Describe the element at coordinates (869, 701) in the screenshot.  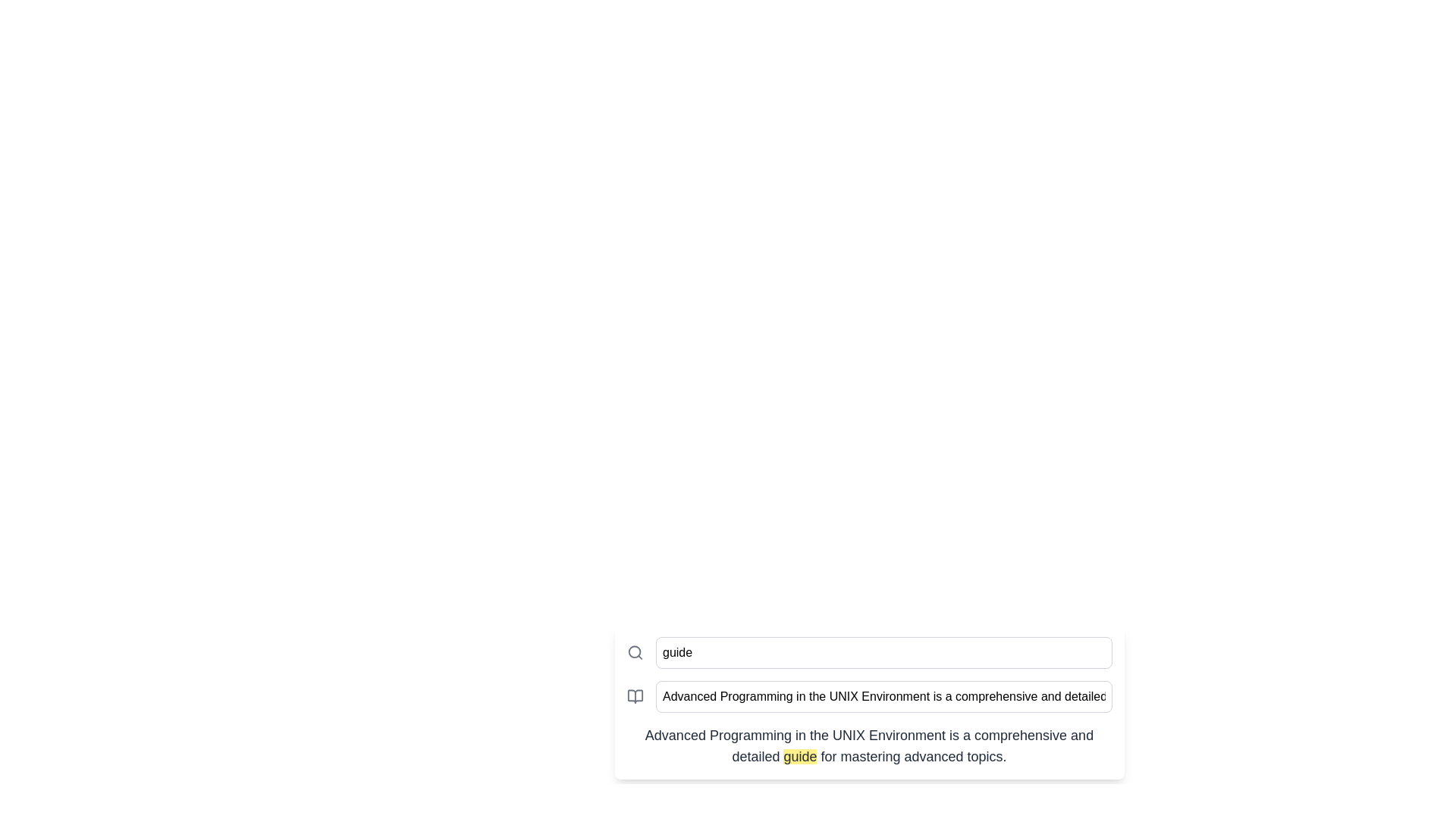
I see `the Static Text Element located below the search bar and above the highlighted body of text` at that location.